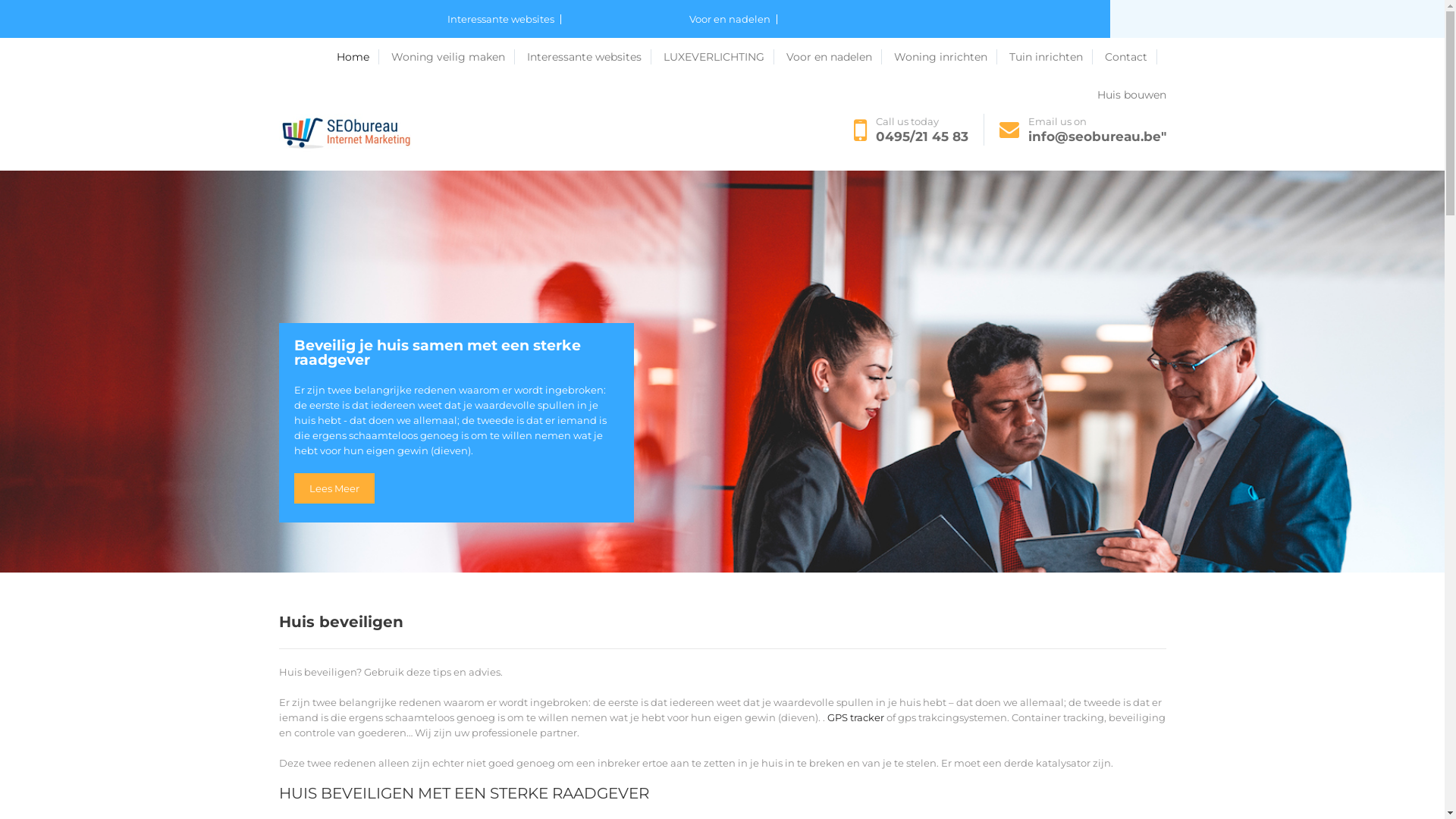 This screenshot has width=1456, height=819. Describe the element at coordinates (1097, 136) in the screenshot. I see `'info@seobureau.be"'` at that location.